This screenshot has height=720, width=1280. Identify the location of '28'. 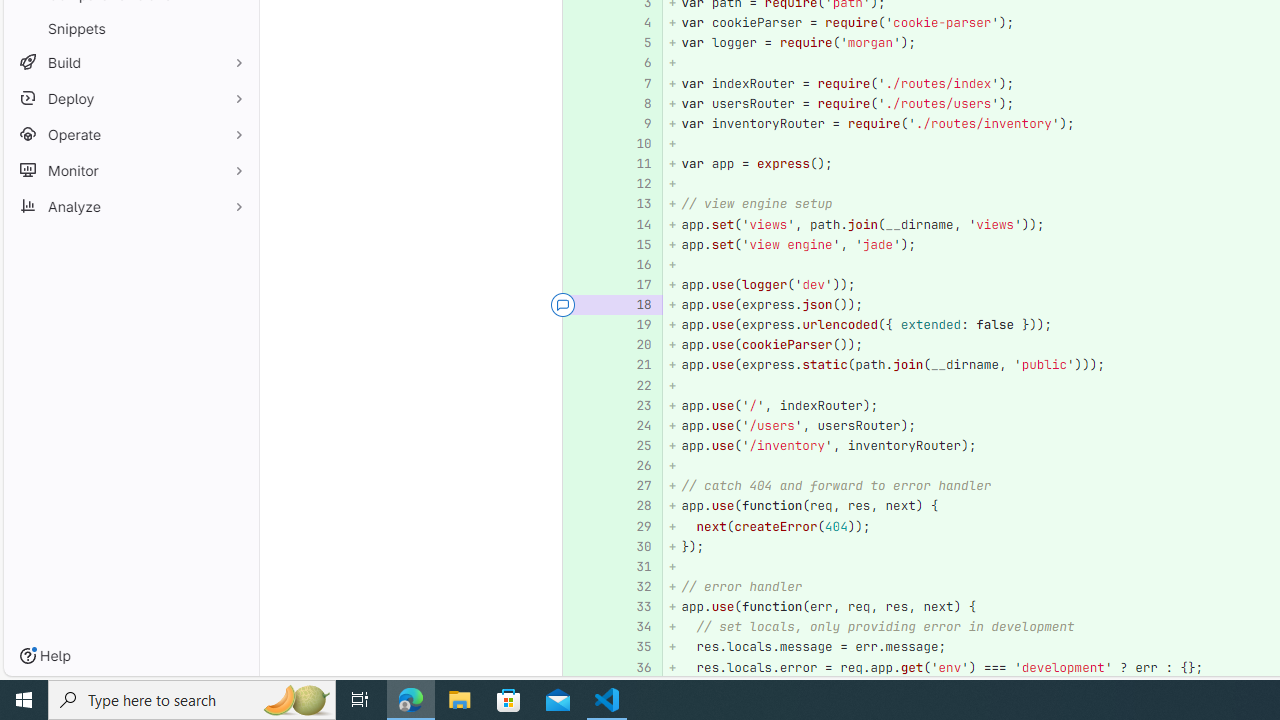
(633, 505).